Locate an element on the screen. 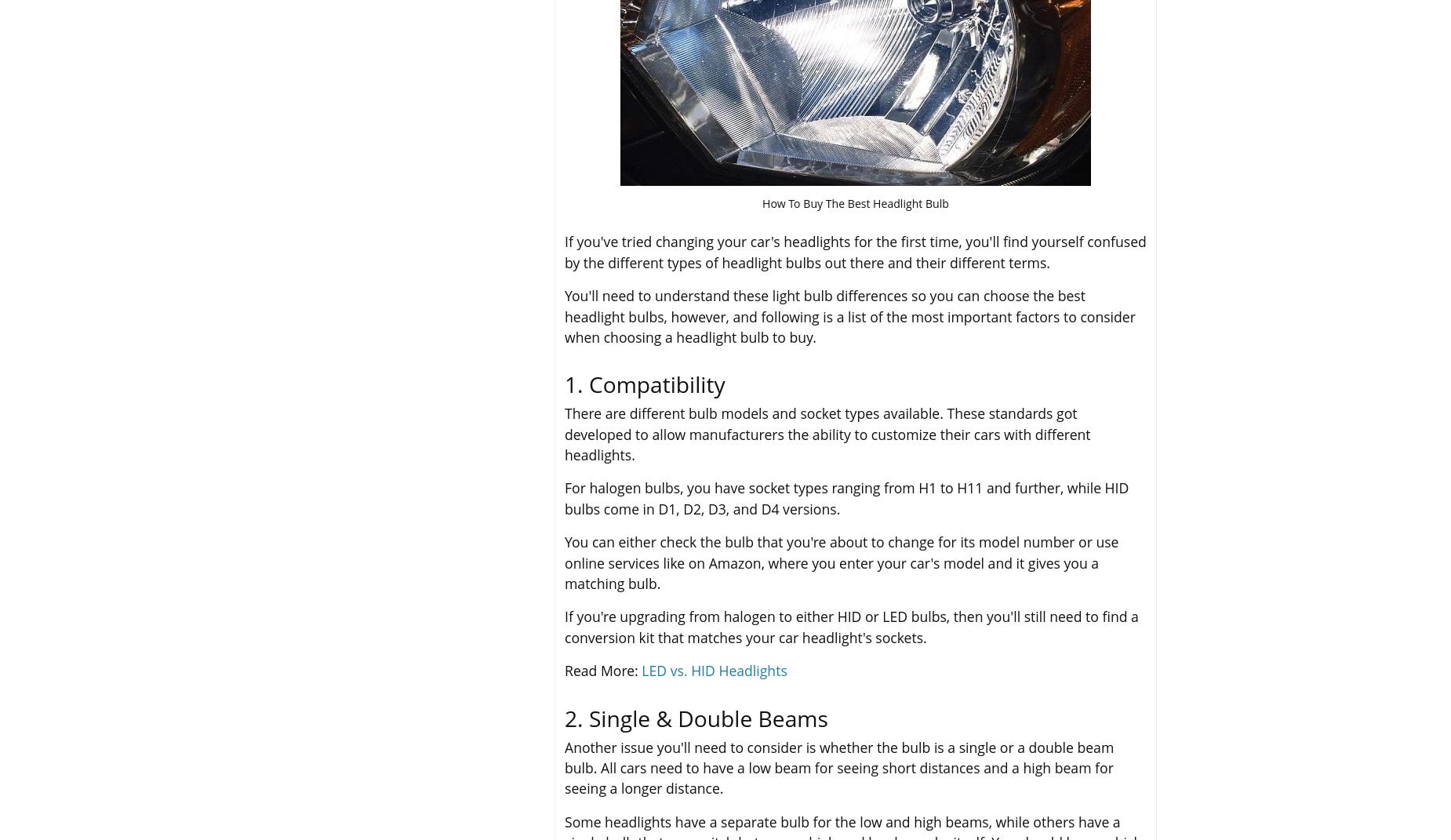  'You can either check the bulb that you're about to change for its model number or use online services like on Amazon, where you enter your car's model and it gives you a matching bulb.' is located at coordinates (841, 562).